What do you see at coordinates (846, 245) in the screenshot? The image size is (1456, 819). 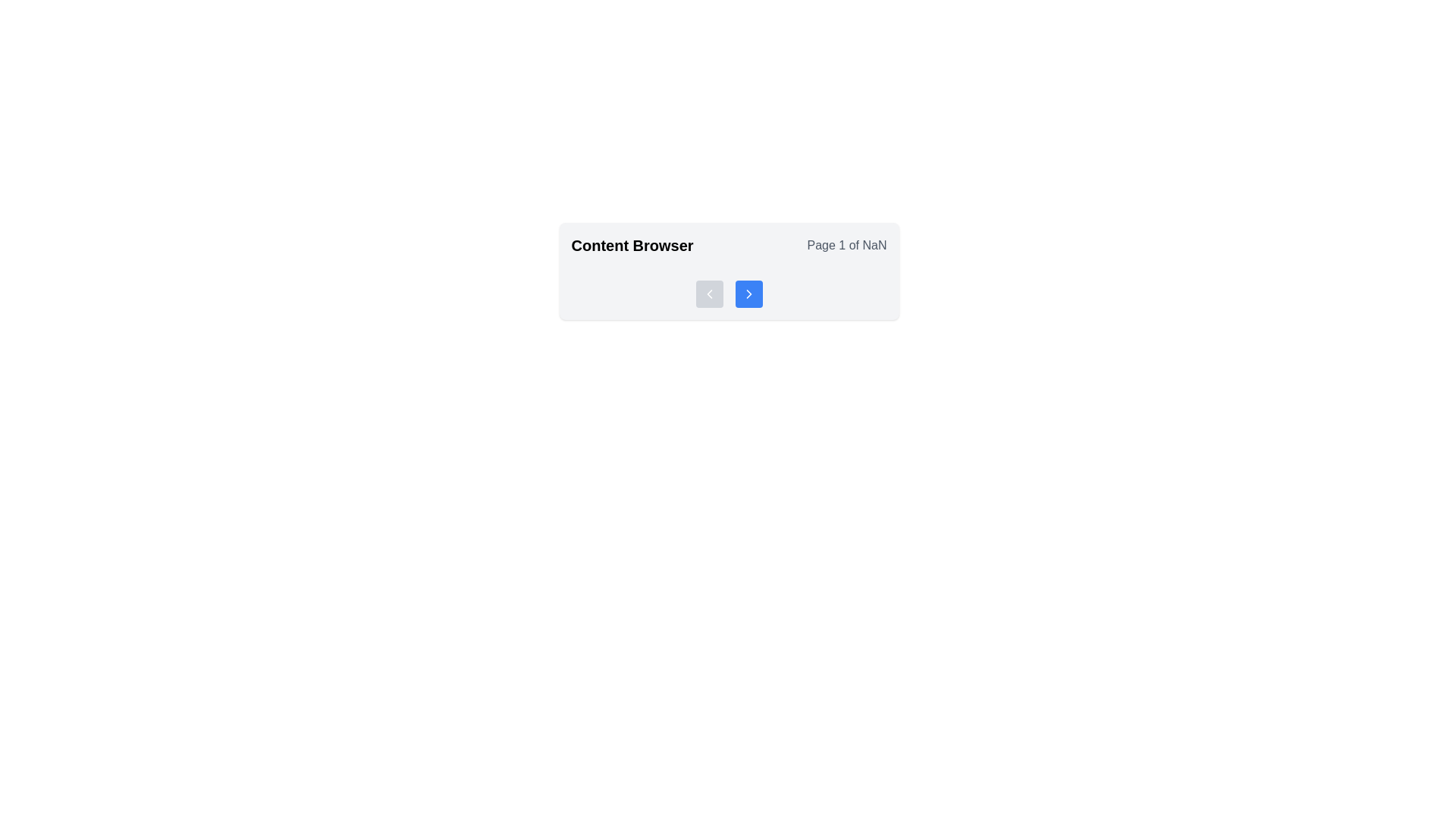 I see `the static text label that indicates the current page and total number of pages, which is currently displaying 'NaN'. This label is located to the right of the 'Content Browser' title and above the navigation buttons` at bounding box center [846, 245].